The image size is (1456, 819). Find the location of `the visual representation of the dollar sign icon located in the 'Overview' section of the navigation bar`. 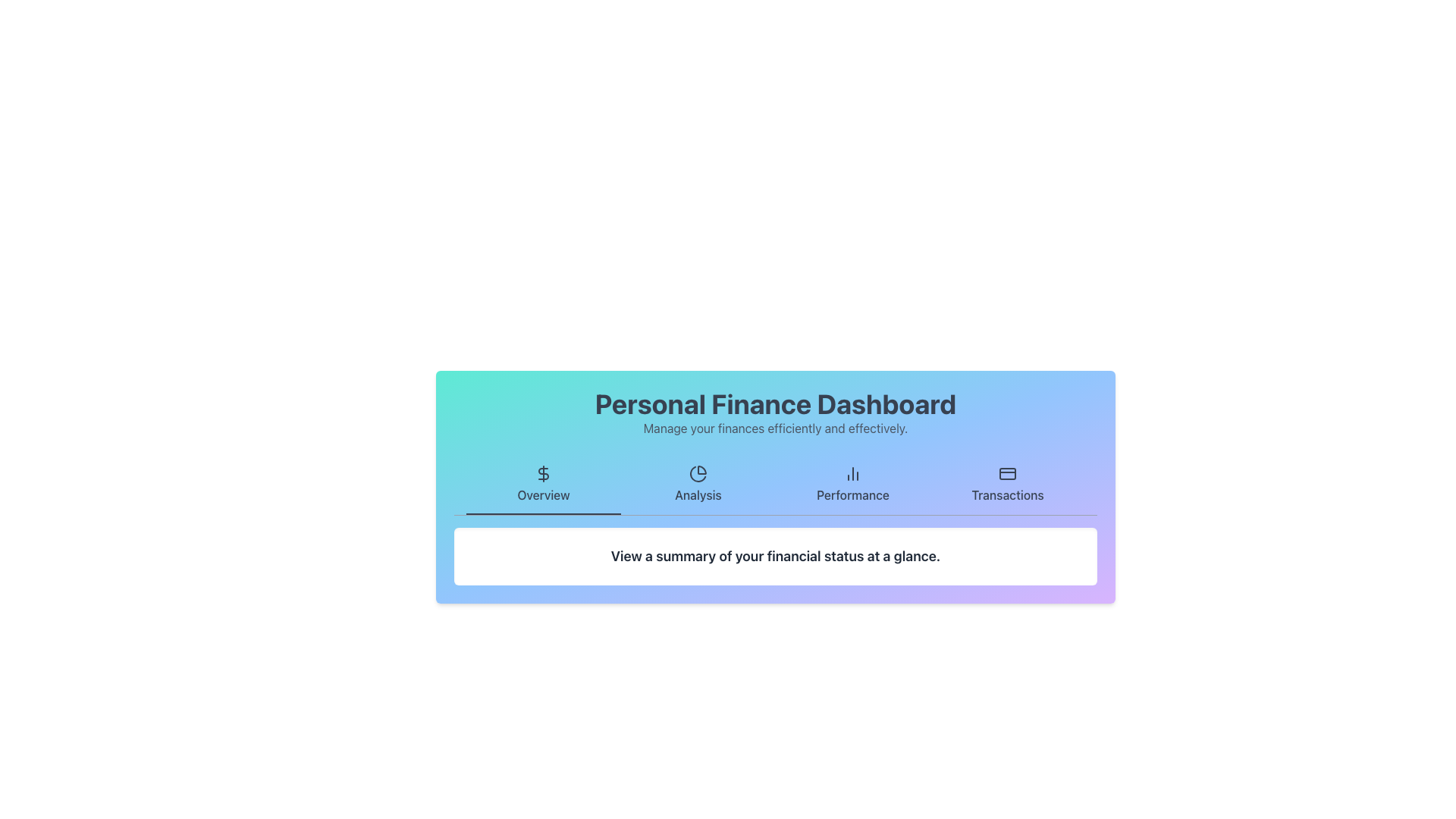

the visual representation of the dollar sign icon located in the 'Overview' section of the navigation bar is located at coordinates (543, 472).